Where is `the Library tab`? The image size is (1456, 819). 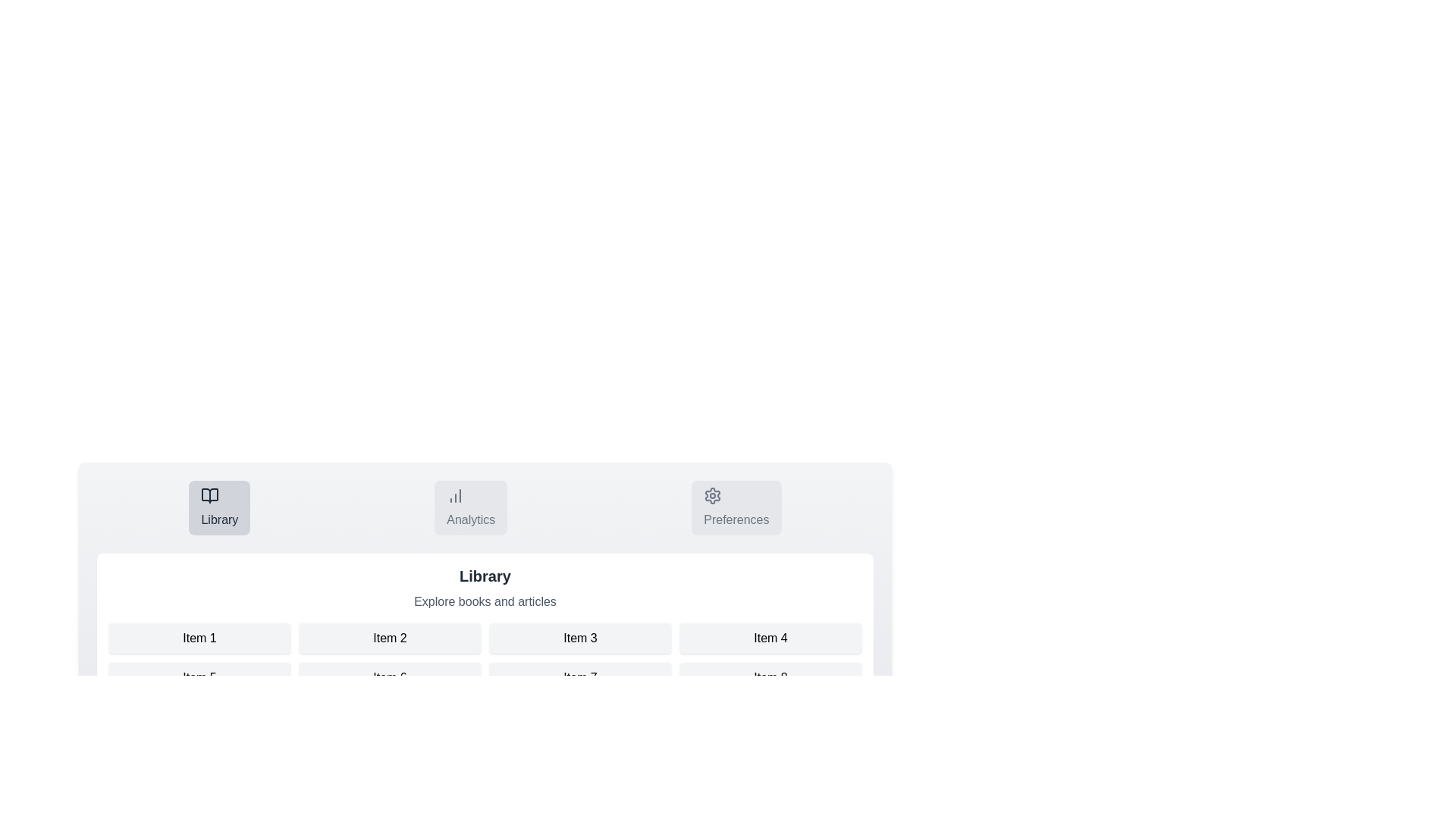
the Library tab is located at coordinates (218, 508).